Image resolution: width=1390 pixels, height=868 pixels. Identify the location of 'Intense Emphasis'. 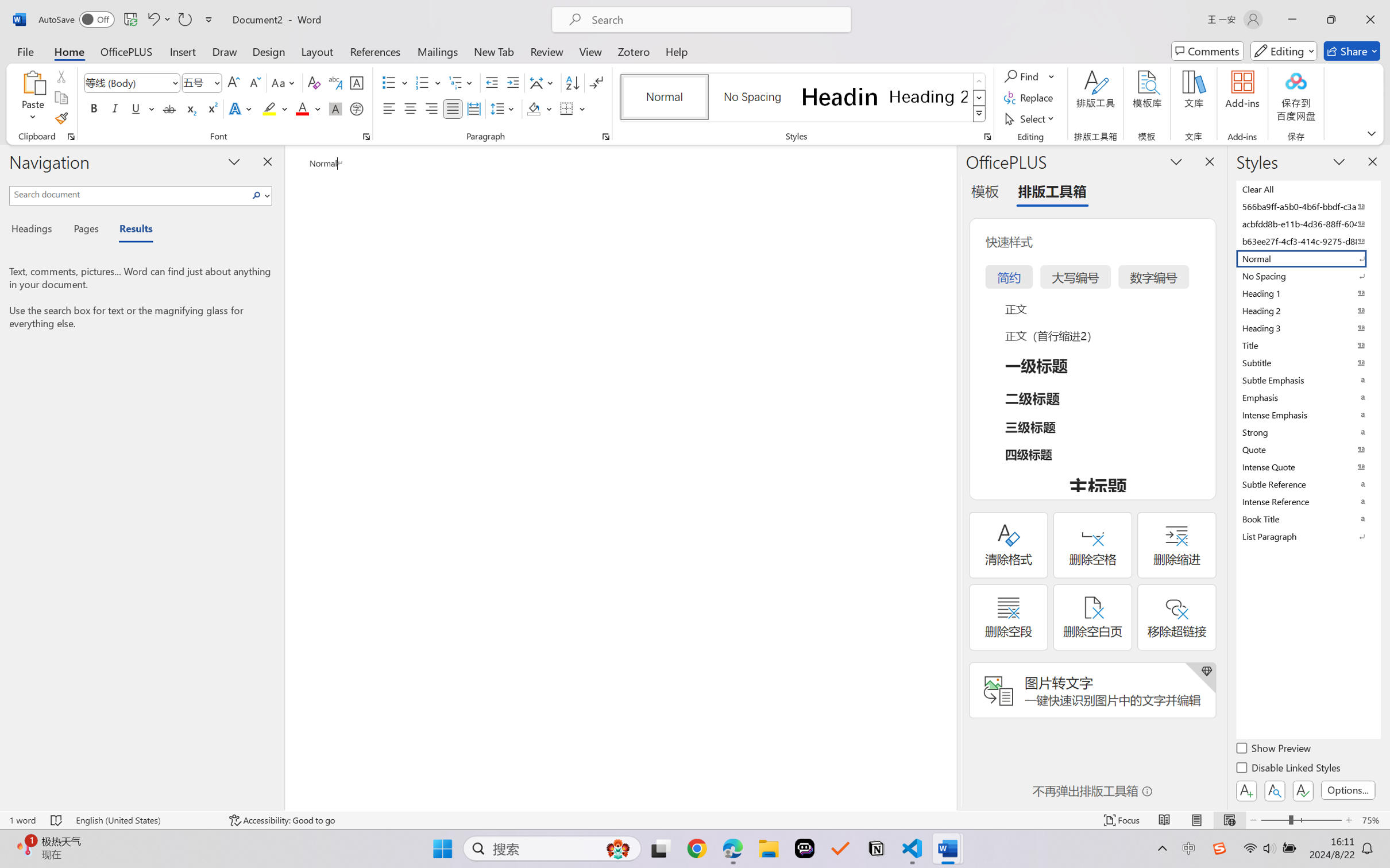
(1307, 414).